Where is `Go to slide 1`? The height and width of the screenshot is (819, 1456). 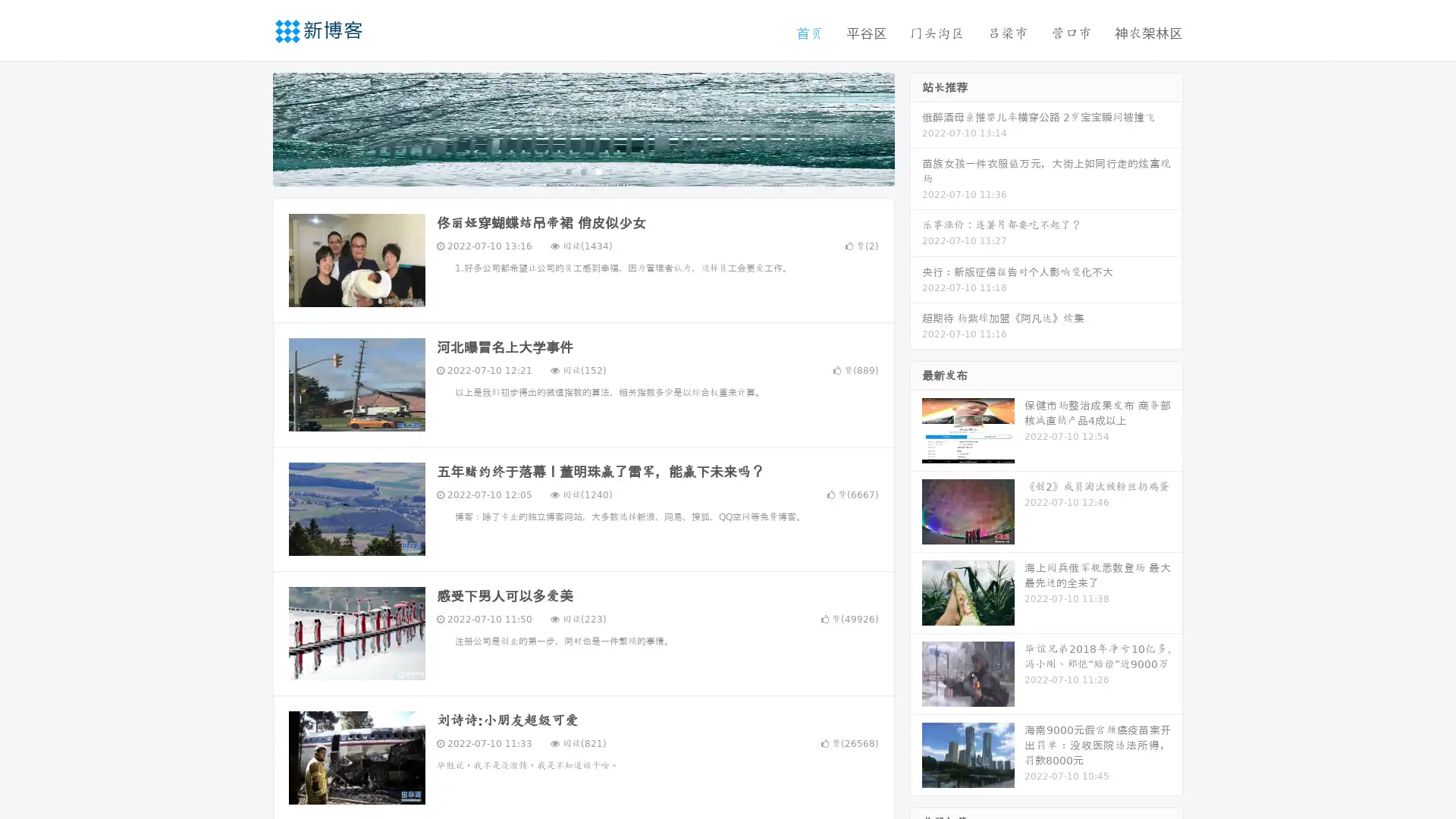
Go to slide 1 is located at coordinates (567, 171).